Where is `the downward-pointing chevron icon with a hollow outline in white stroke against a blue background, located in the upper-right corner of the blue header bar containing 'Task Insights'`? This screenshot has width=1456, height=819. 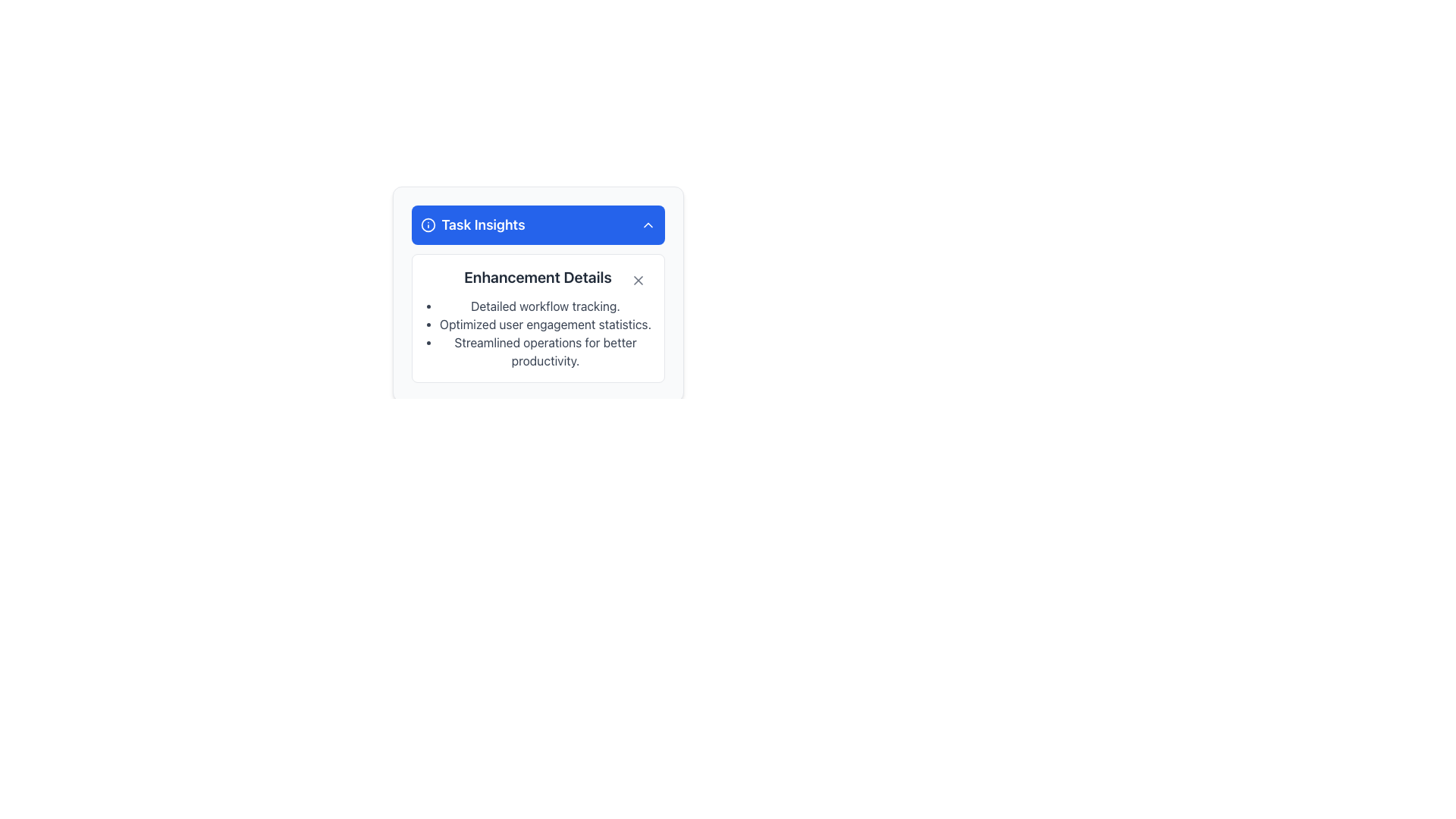
the downward-pointing chevron icon with a hollow outline in white stroke against a blue background, located in the upper-right corner of the blue header bar containing 'Task Insights' is located at coordinates (648, 225).